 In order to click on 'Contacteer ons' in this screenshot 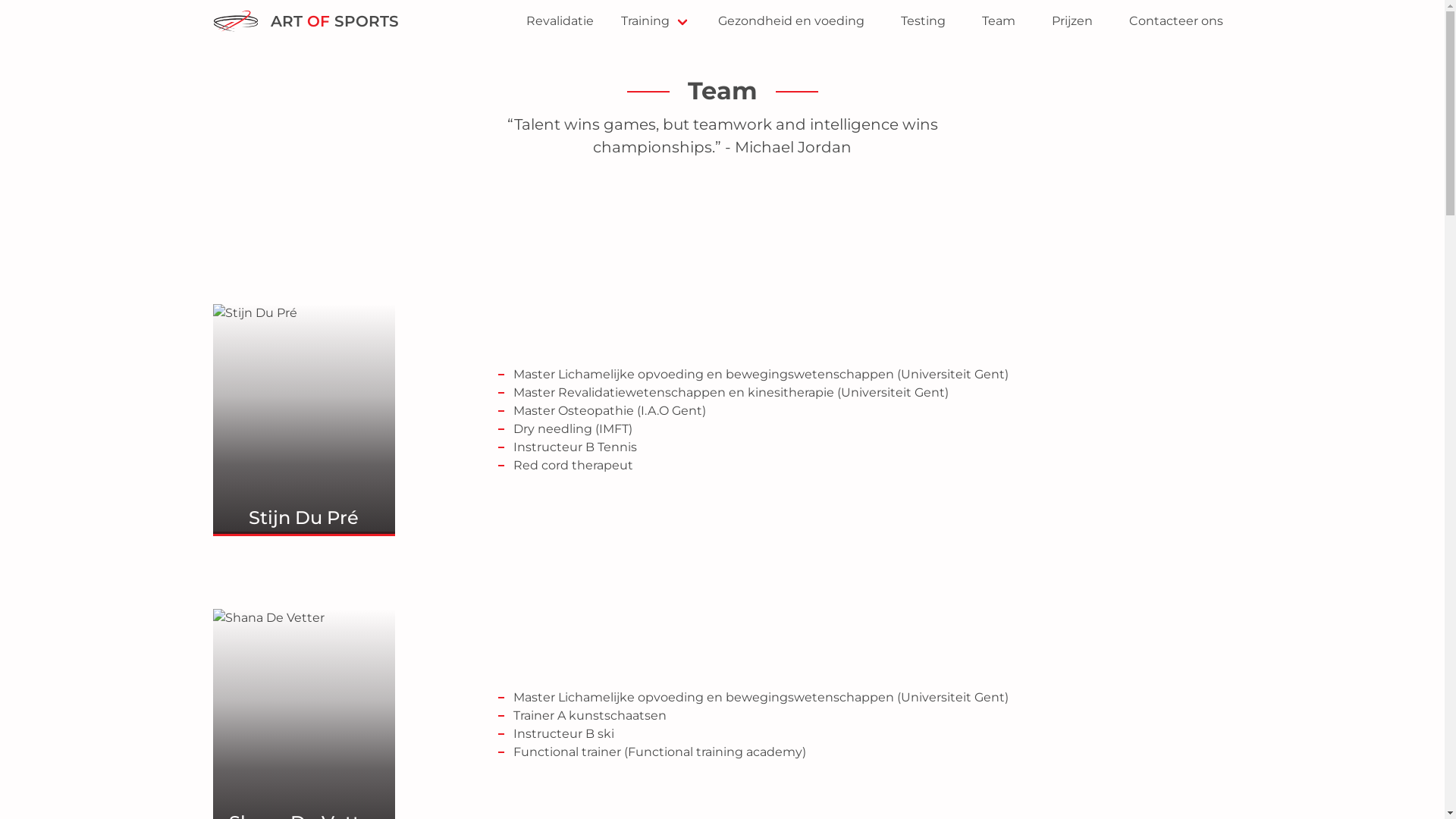, I will do `click(1175, 20)`.